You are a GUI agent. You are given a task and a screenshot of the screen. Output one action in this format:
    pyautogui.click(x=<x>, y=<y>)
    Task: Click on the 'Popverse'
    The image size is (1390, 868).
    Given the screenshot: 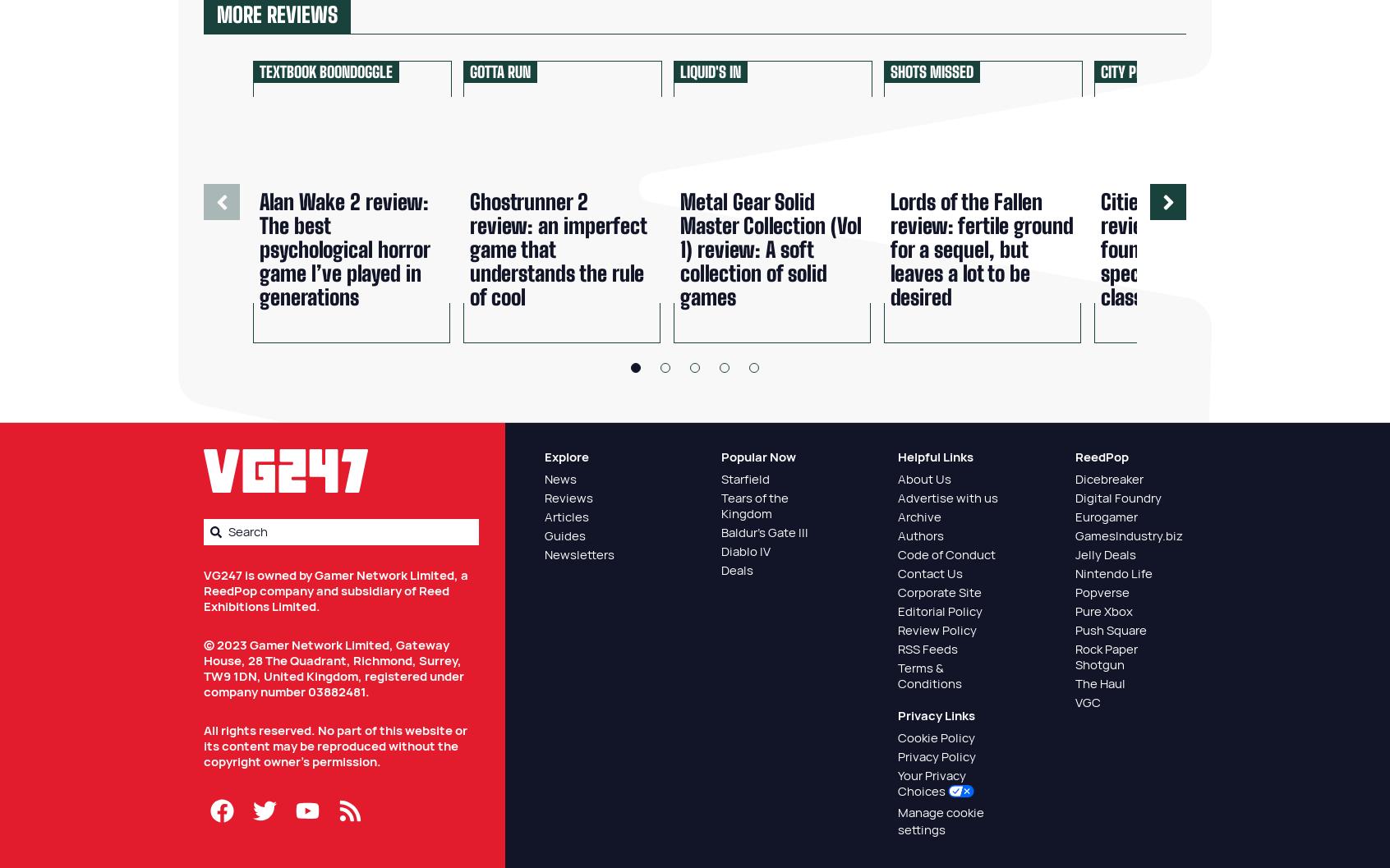 What is the action you would take?
    pyautogui.click(x=1073, y=591)
    